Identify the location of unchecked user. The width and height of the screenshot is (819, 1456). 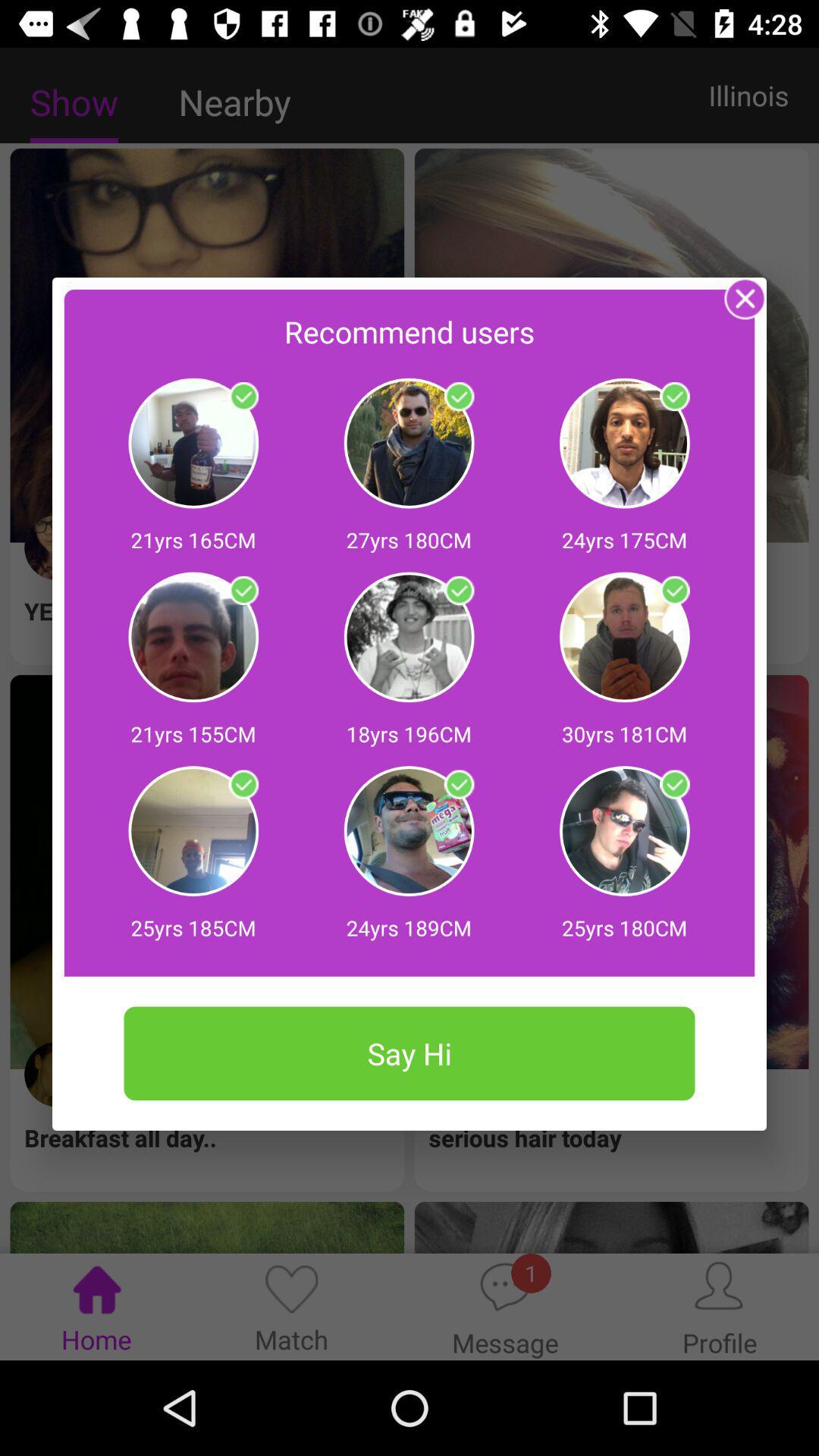
(458, 785).